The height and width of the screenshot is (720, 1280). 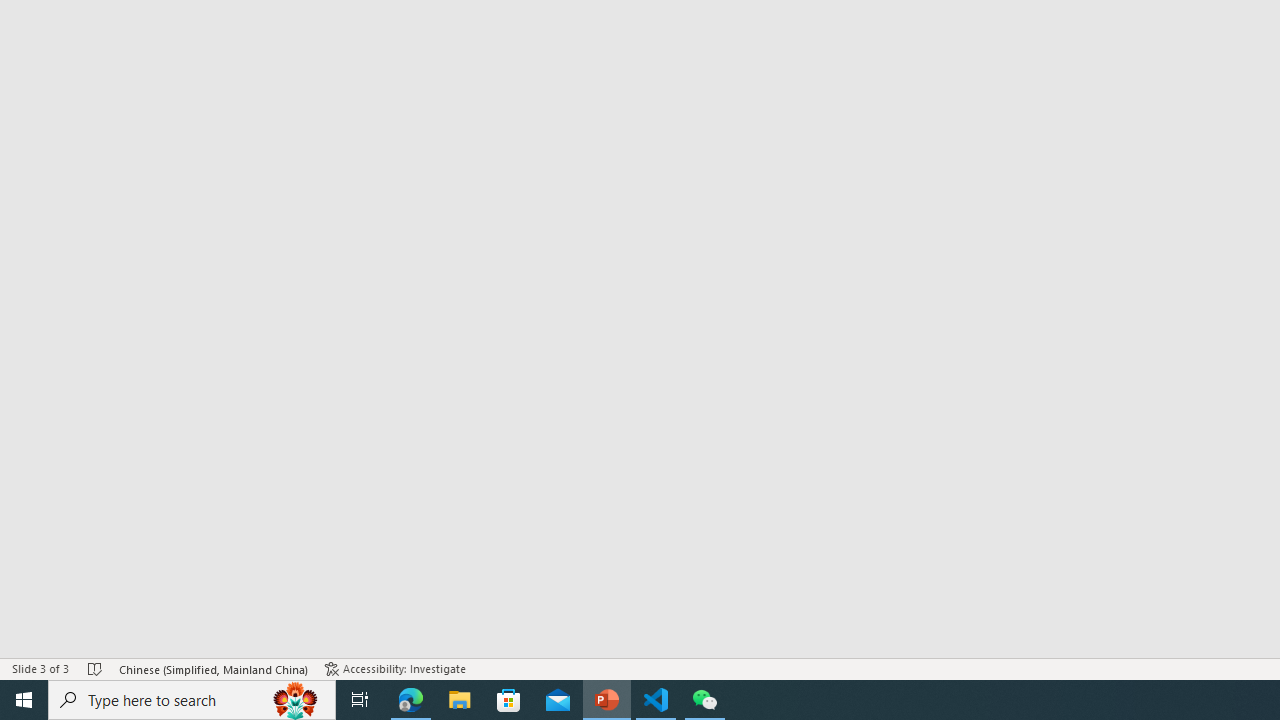 What do you see at coordinates (656, 698) in the screenshot?
I see `'Visual Studio Code - 1 running window'` at bounding box center [656, 698].